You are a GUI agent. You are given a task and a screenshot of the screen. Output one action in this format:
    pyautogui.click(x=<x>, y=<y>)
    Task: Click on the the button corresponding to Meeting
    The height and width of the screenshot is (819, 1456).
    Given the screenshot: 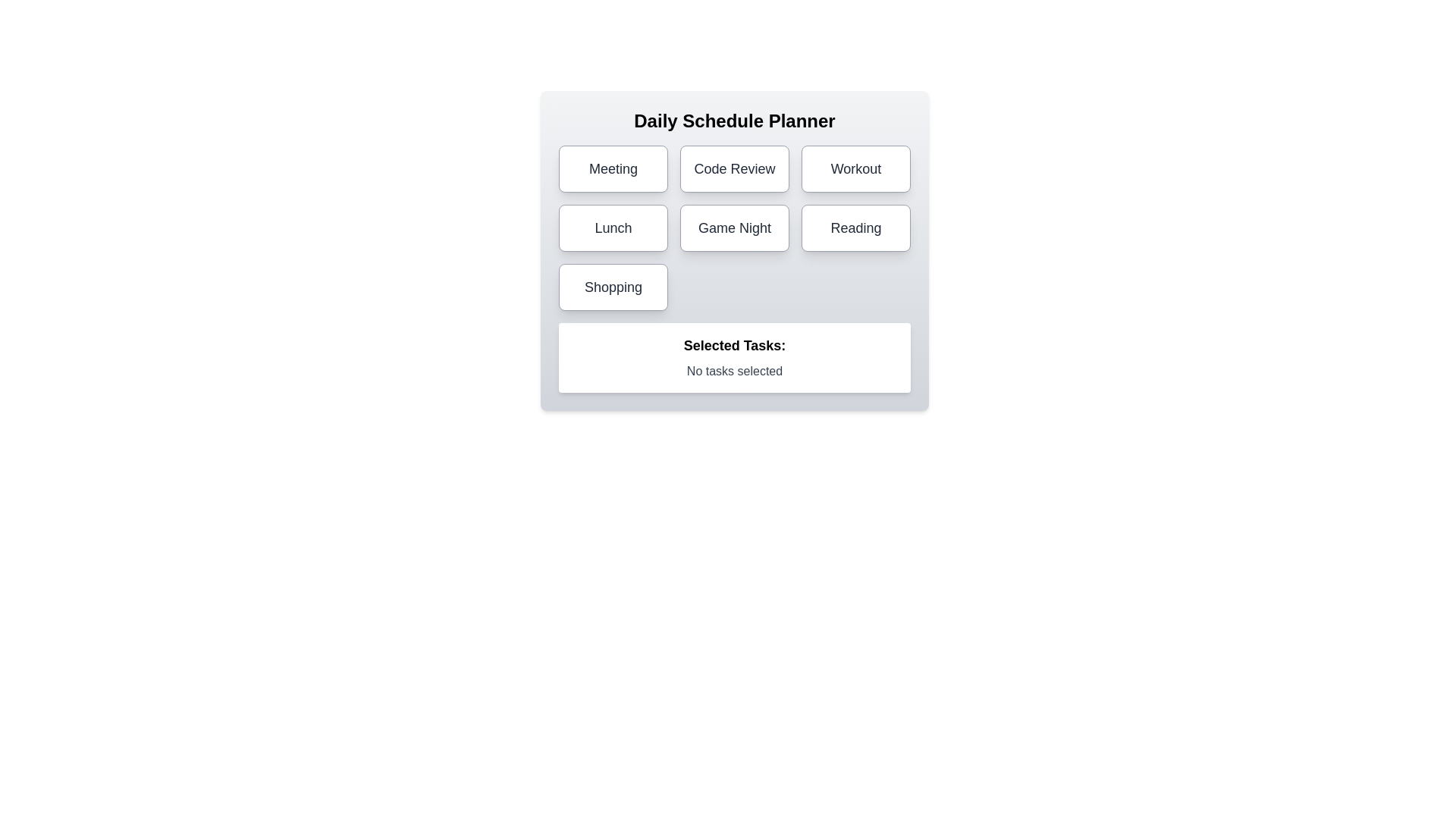 What is the action you would take?
    pyautogui.click(x=613, y=169)
    